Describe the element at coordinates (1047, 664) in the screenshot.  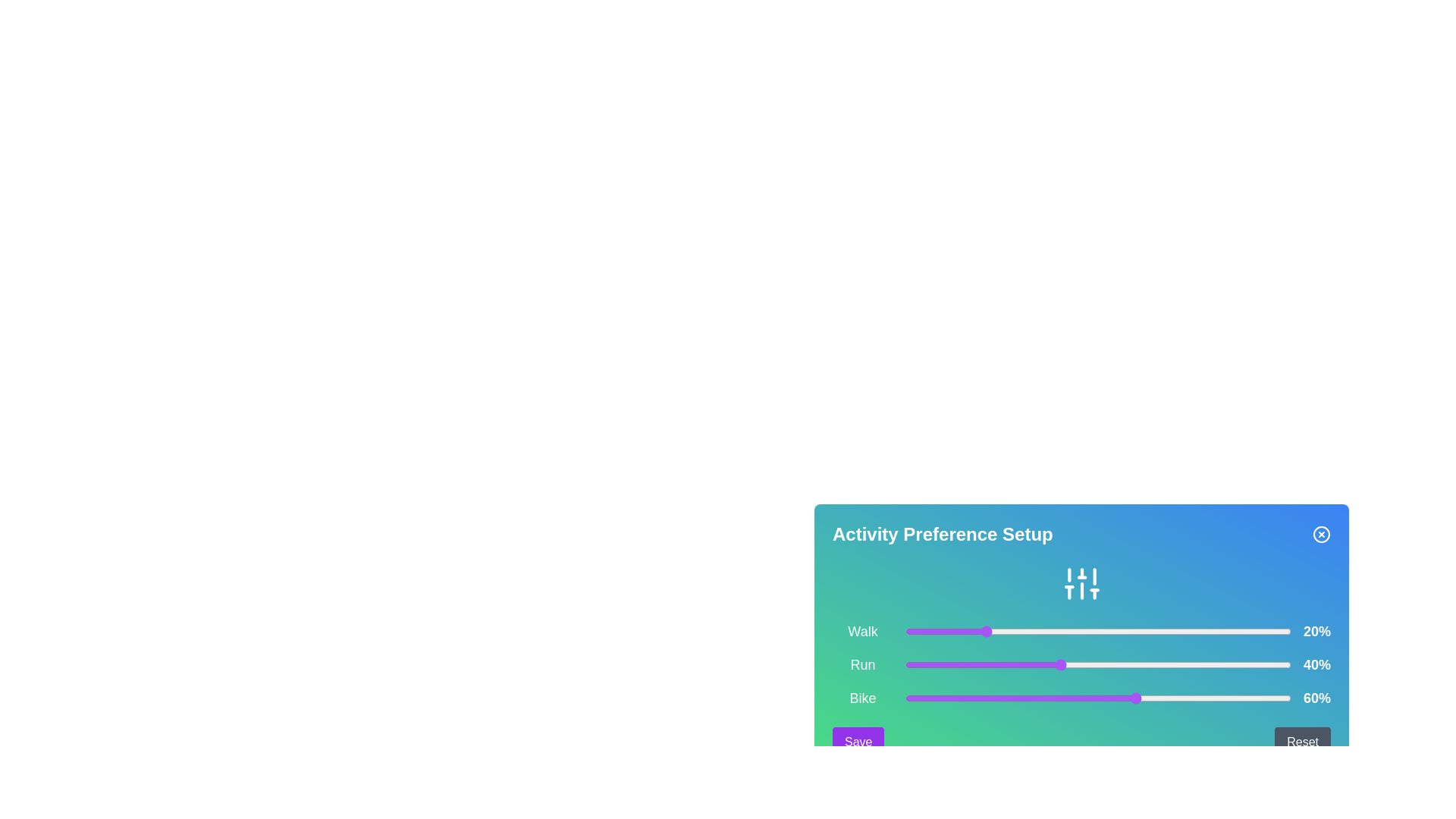
I see `the slider for 1 to 37%` at that location.